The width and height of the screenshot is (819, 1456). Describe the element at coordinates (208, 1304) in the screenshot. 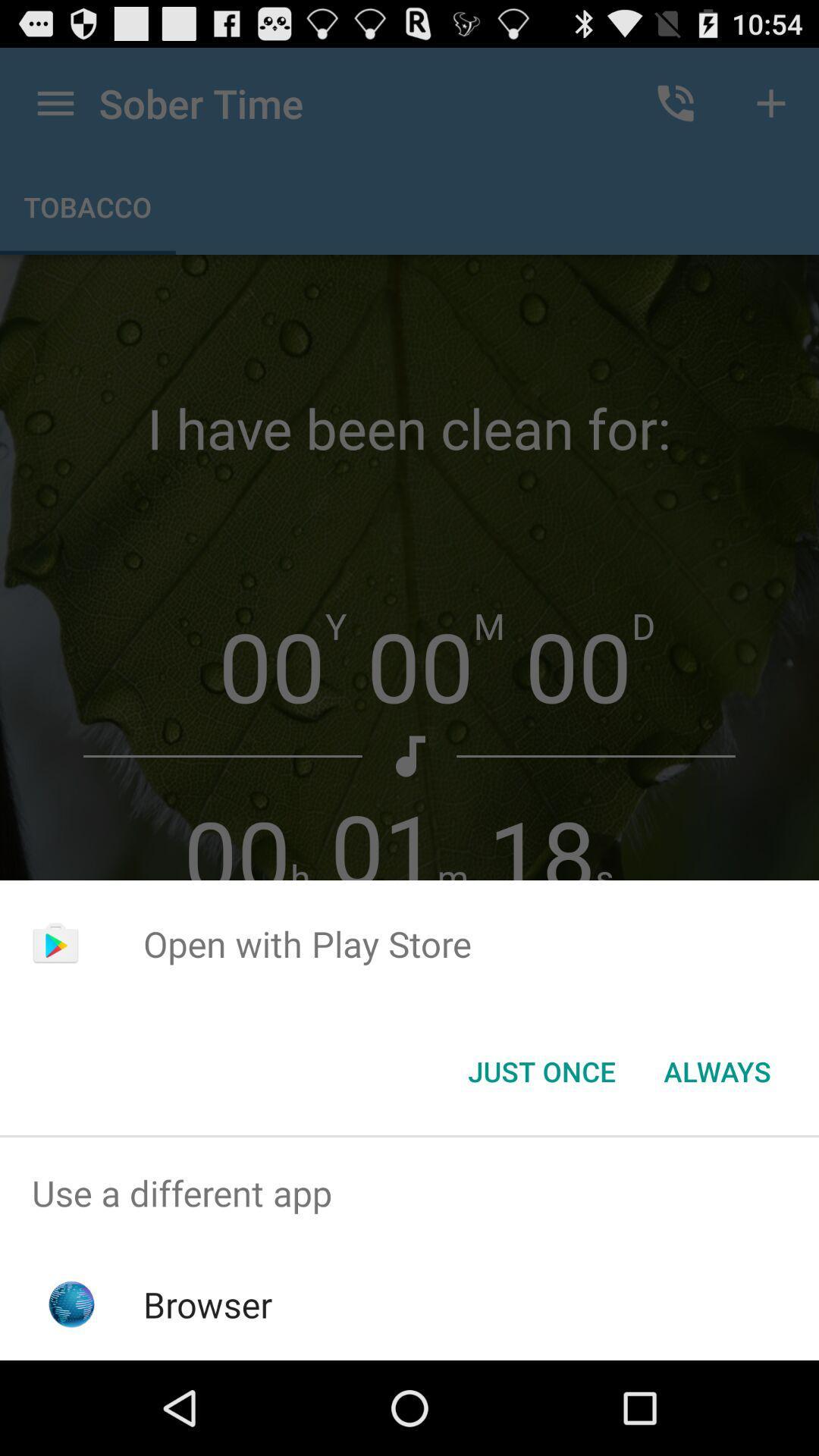

I see `the browser app` at that location.